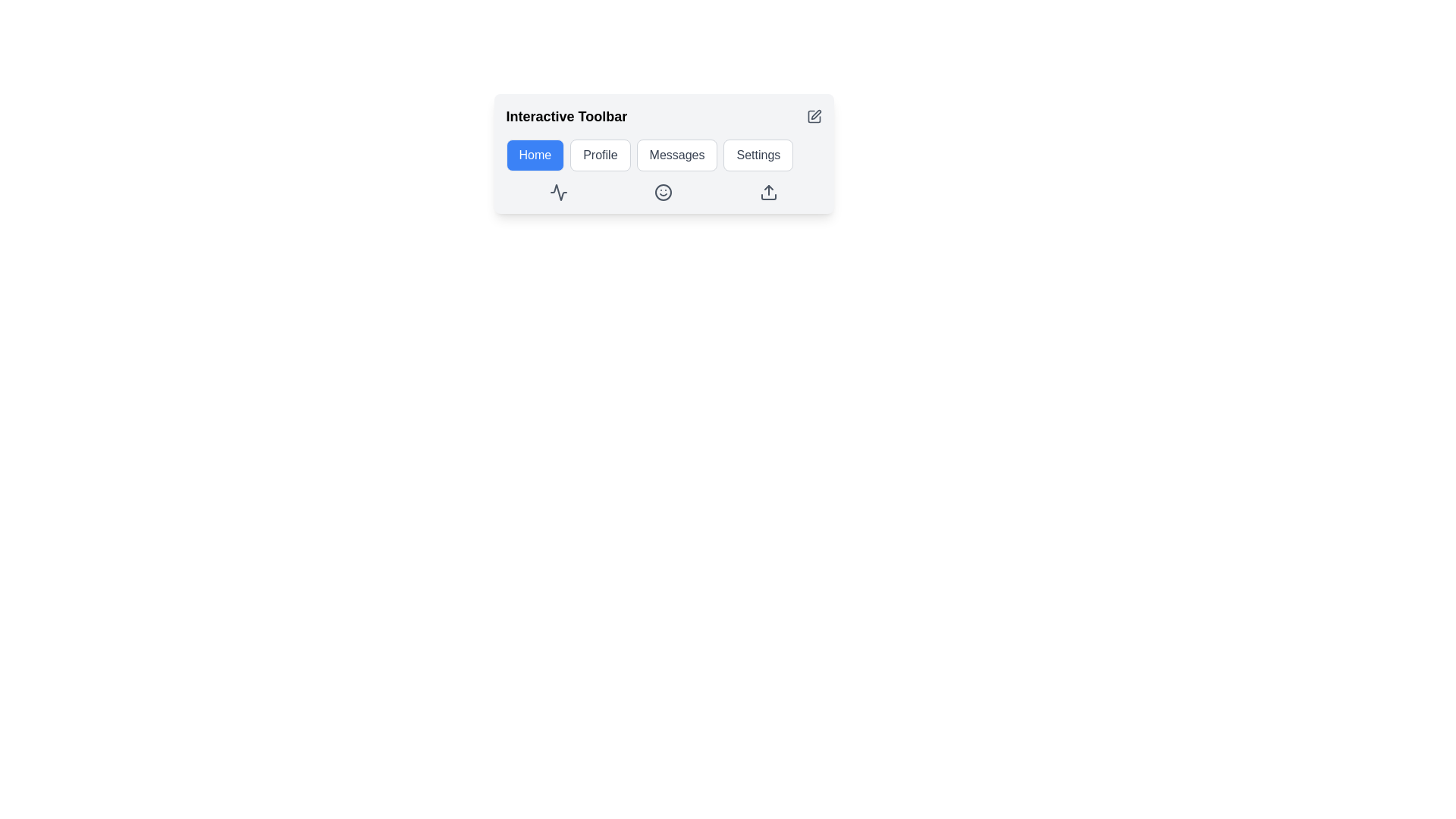  Describe the element at coordinates (566, 116) in the screenshot. I see `the bold textual label reading 'Interactive Toolbar', which is located at the top-left corner of the toolbar and aligned vertically with the toolbar’s icons` at that location.